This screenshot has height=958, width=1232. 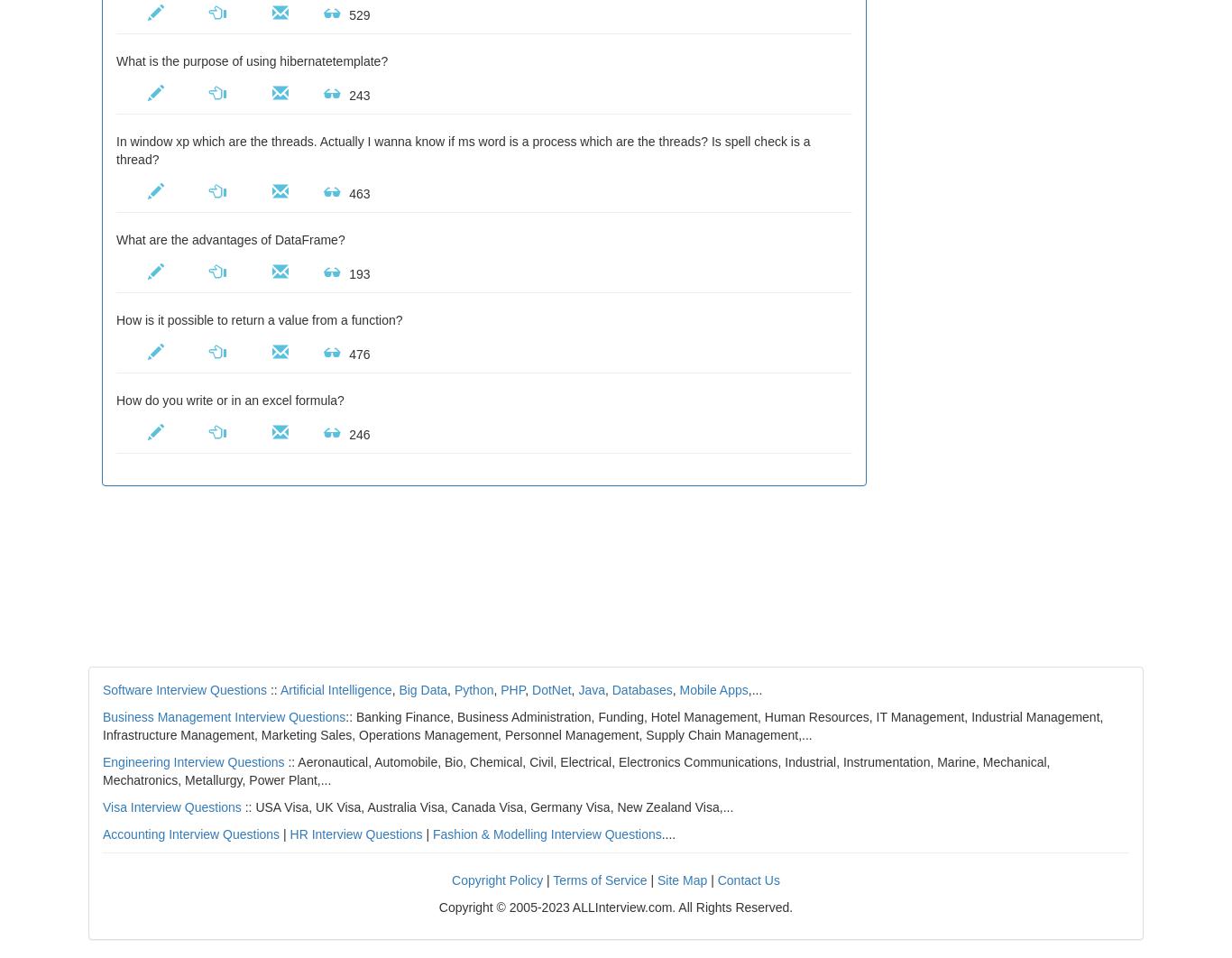 I want to click on 'Databases', so click(x=641, y=689).